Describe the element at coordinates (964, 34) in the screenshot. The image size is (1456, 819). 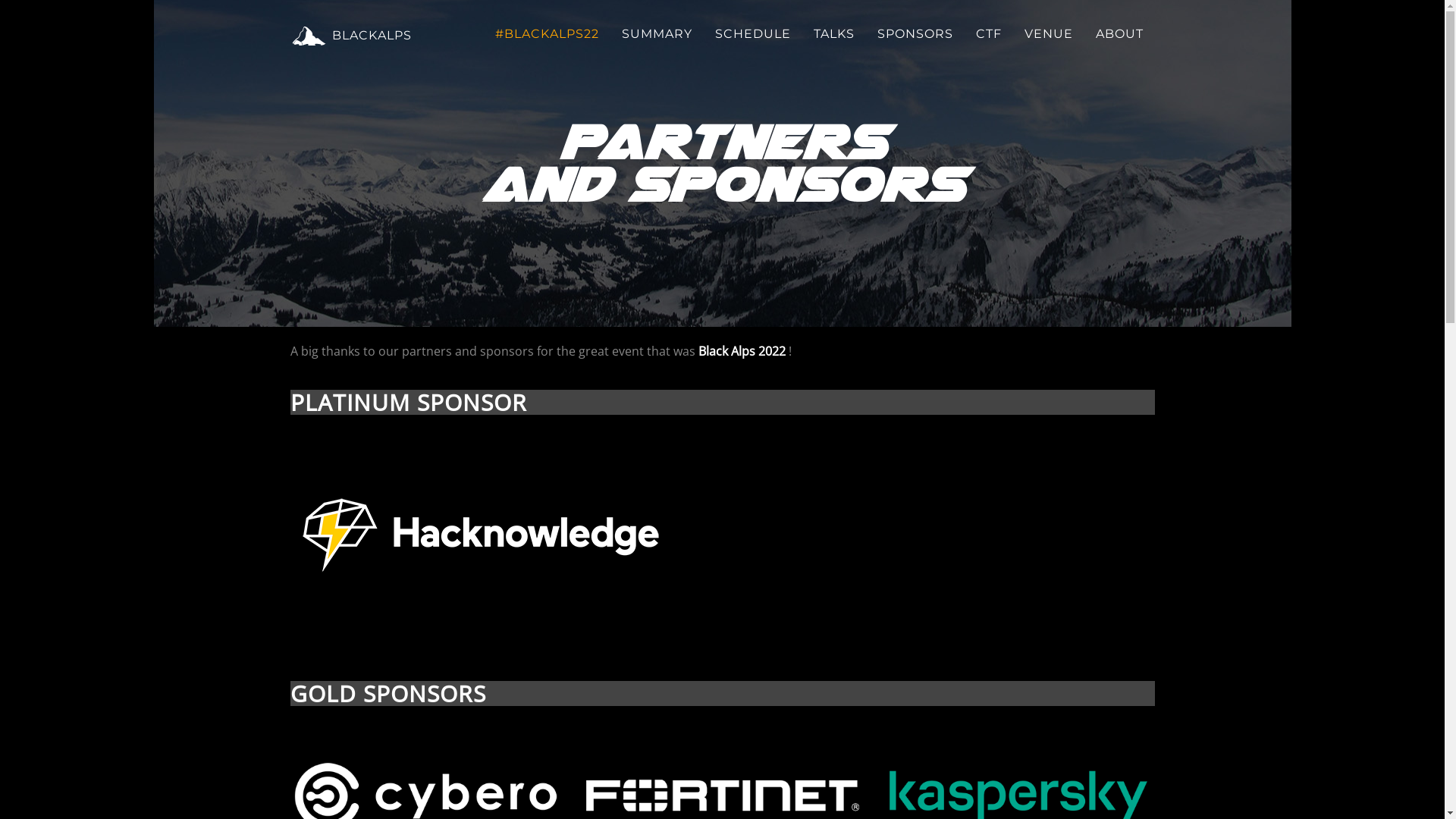
I see `'CTF'` at that location.